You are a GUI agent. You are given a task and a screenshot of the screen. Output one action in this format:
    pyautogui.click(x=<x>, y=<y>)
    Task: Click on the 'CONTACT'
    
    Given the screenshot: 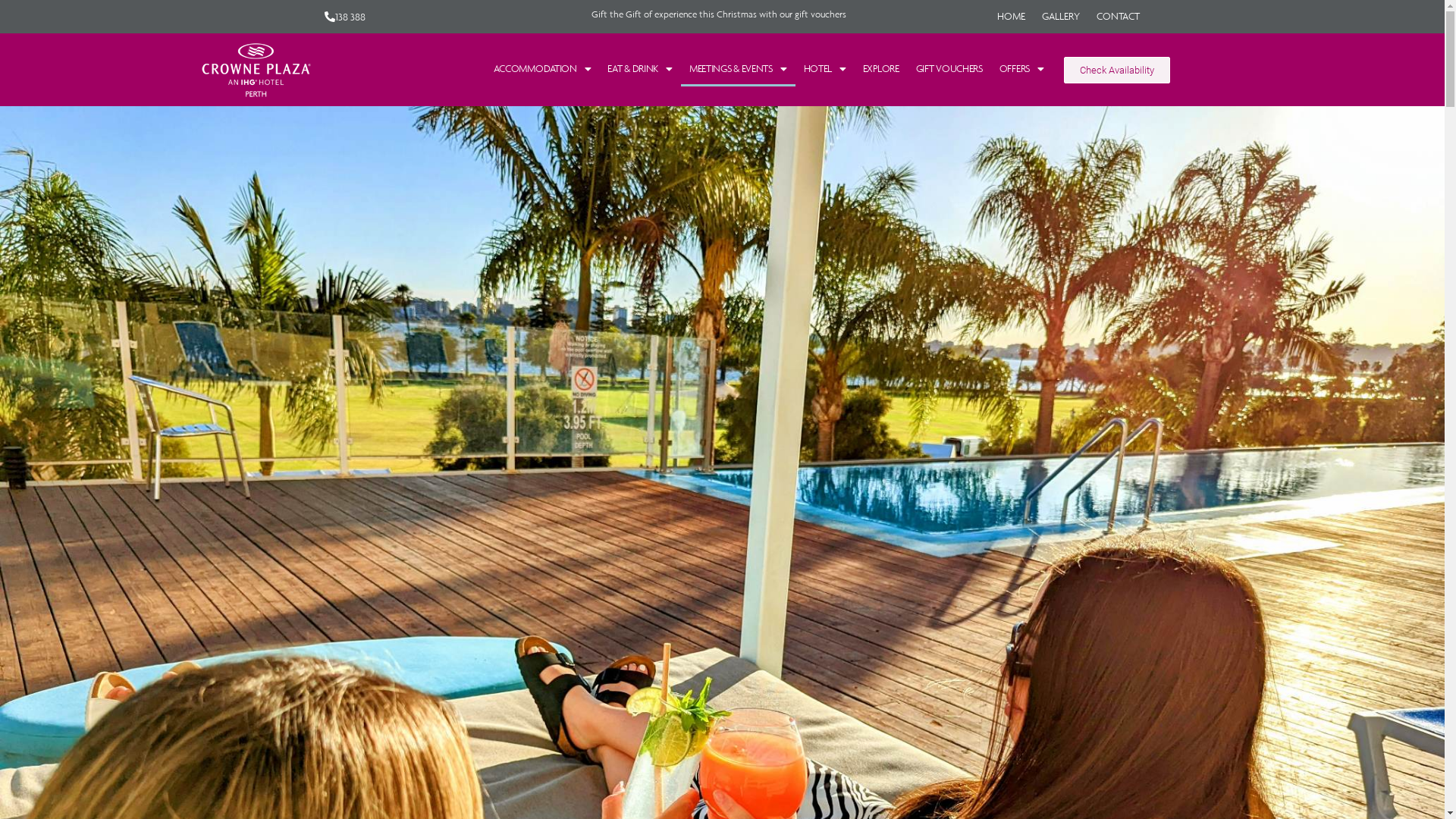 What is the action you would take?
    pyautogui.click(x=1118, y=17)
    